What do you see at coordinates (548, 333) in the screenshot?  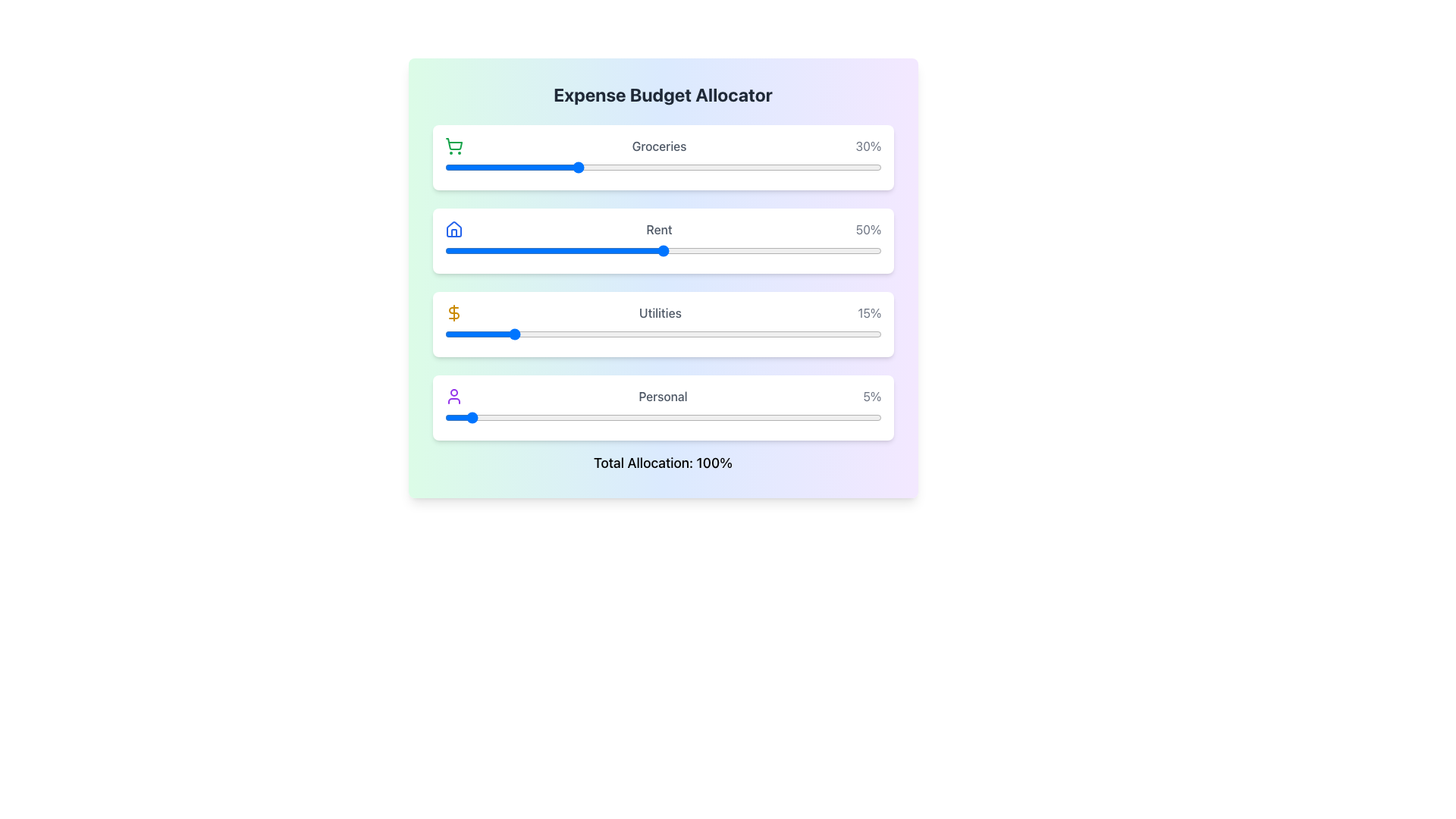 I see `the Utilities slider` at bounding box center [548, 333].